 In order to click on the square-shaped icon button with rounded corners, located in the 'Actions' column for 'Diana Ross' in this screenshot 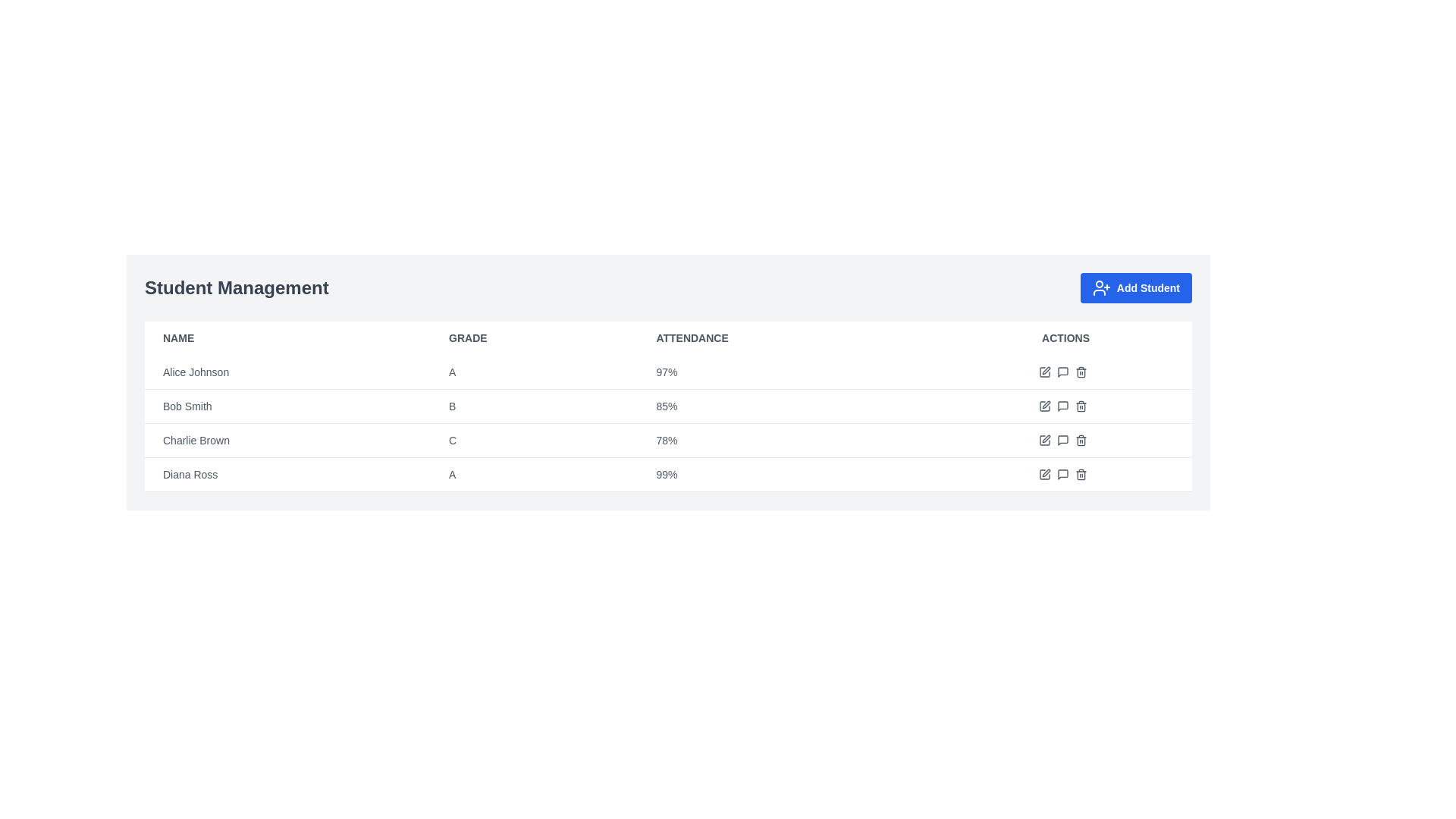, I will do `click(1043, 473)`.